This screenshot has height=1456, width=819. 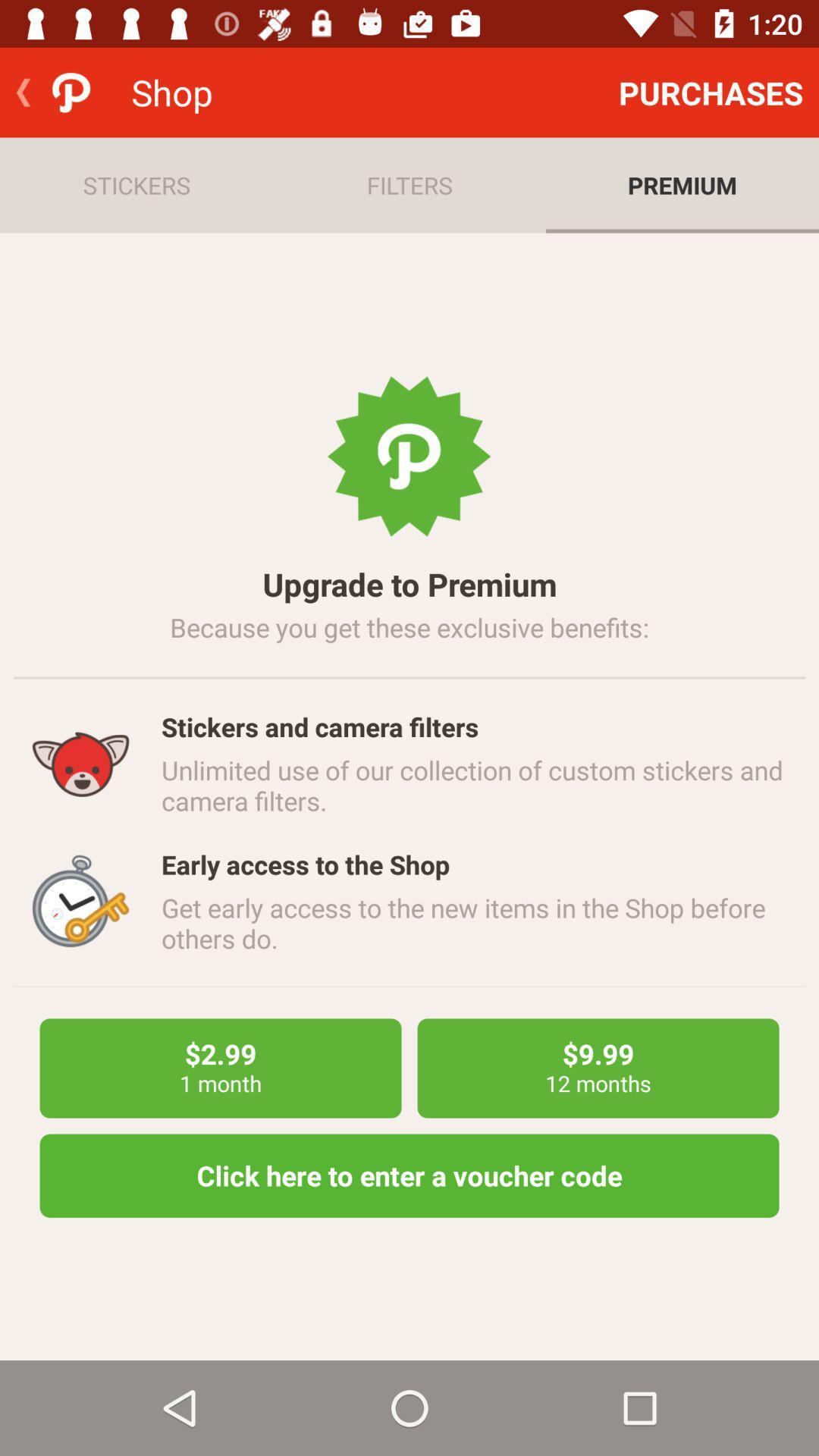 What do you see at coordinates (711, 92) in the screenshot?
I see `app to the right of shop icon` at bounding box center [711, 92].